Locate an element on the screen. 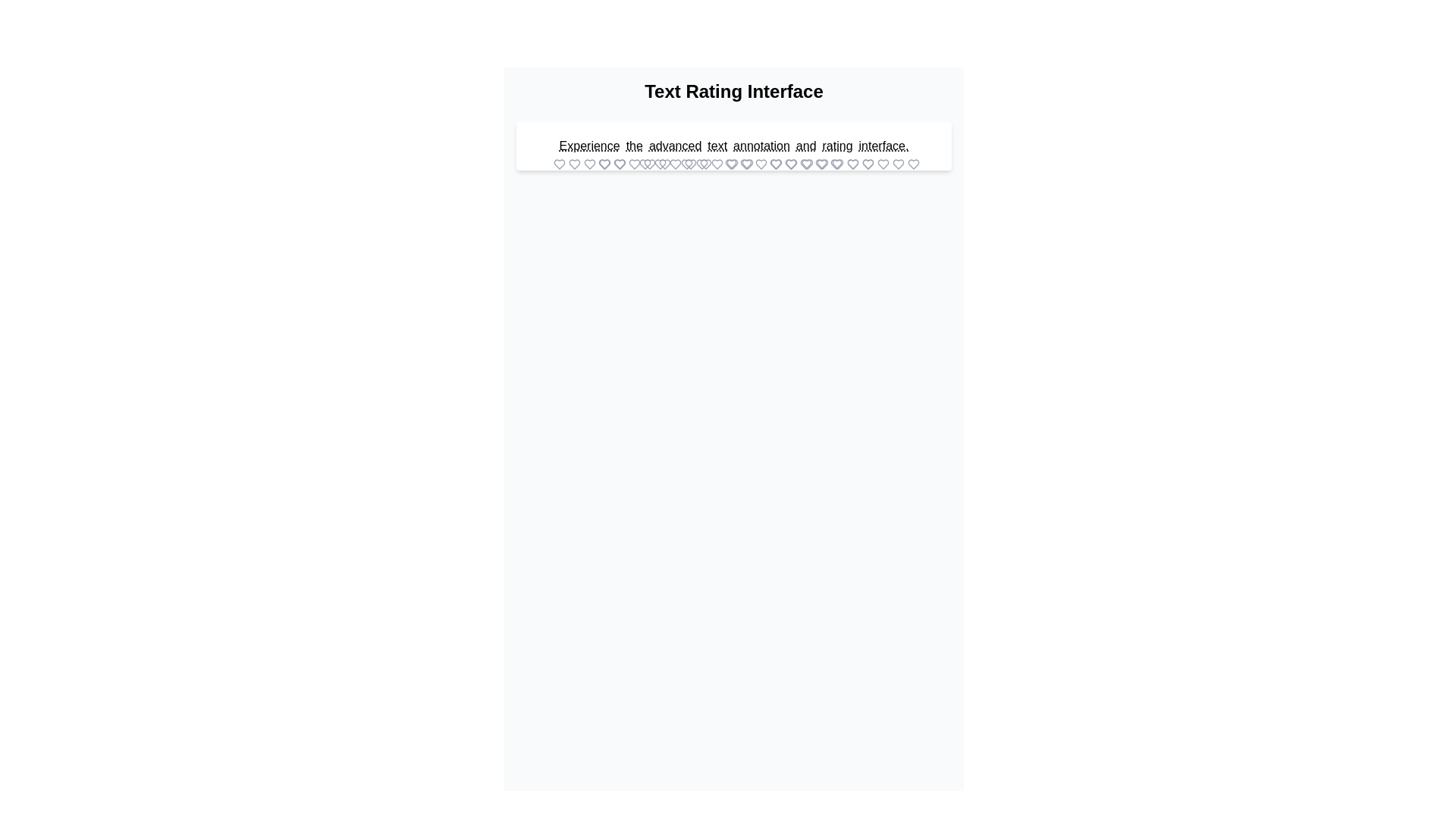 This screenshot has height=819, width=1456. the word Experience to select it for rating is located at coordinates (588, 146).